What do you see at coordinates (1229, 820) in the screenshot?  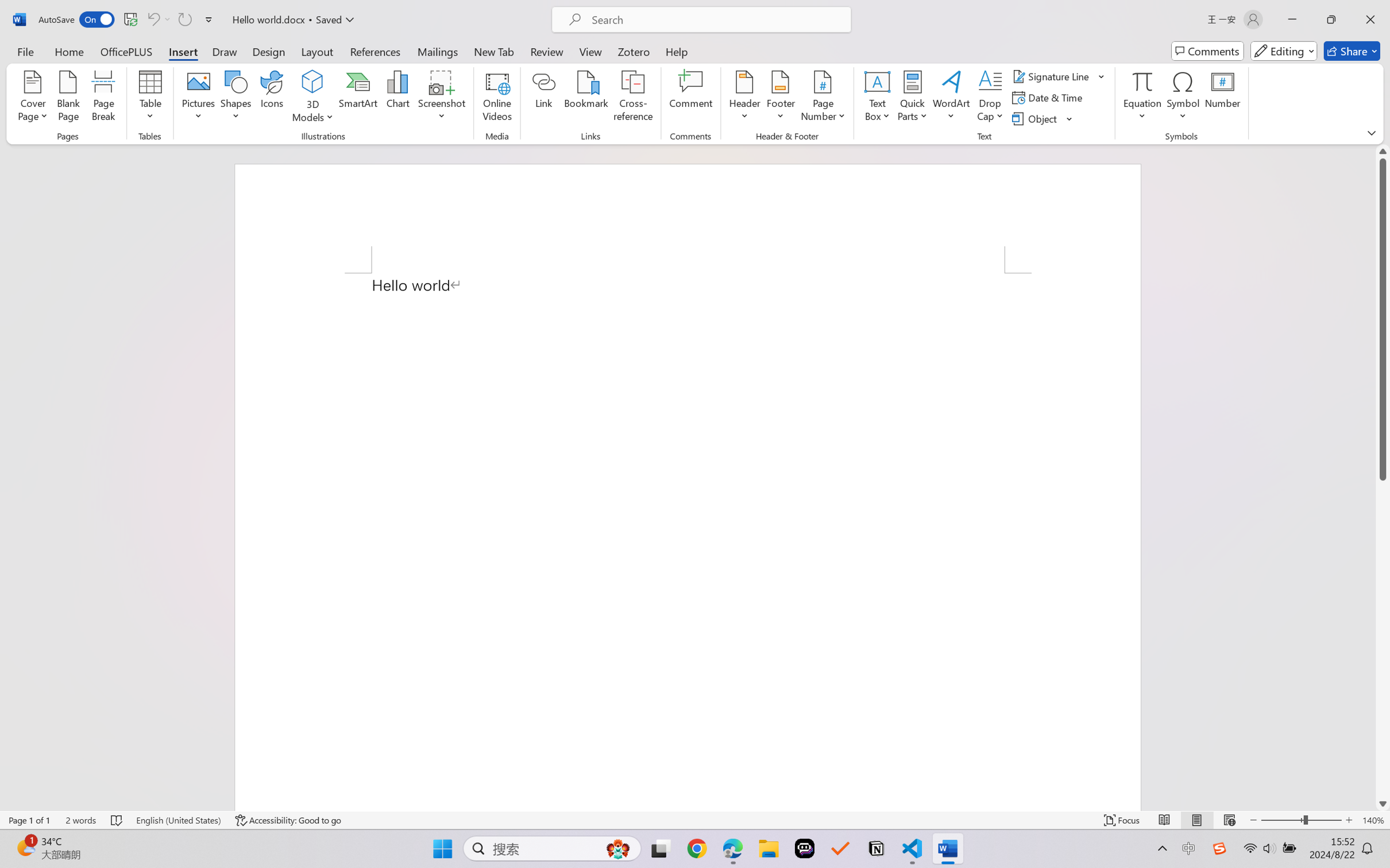 I see `'Web Layout'` at bounding box center [1229, 820].